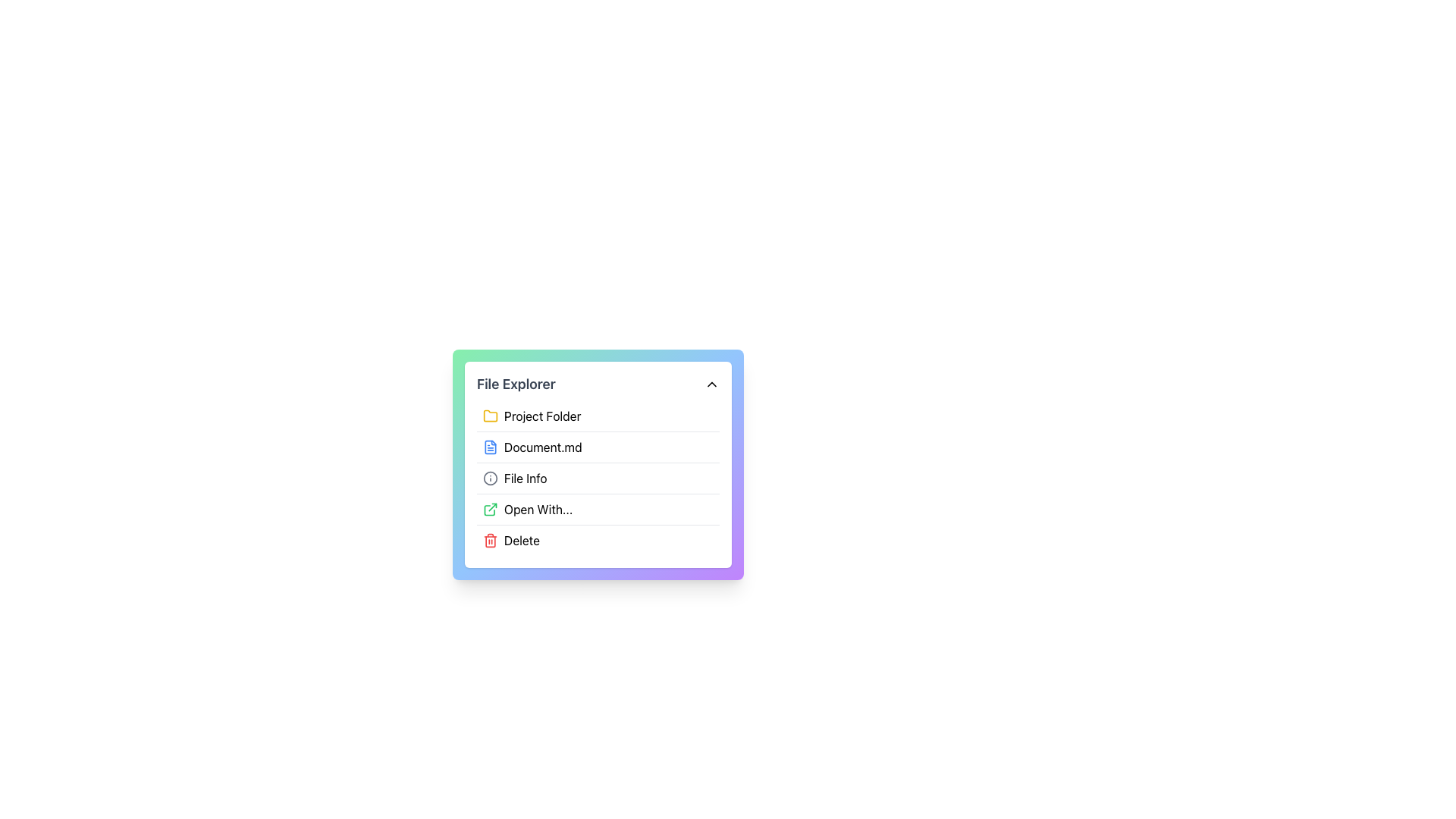  Describe the element at coordinates (491, 509) in the screenshot. I see `the external linking icon located to the immediate left of the 'Open With...' text label, which is the fourth item from the top in the menu` at that location.